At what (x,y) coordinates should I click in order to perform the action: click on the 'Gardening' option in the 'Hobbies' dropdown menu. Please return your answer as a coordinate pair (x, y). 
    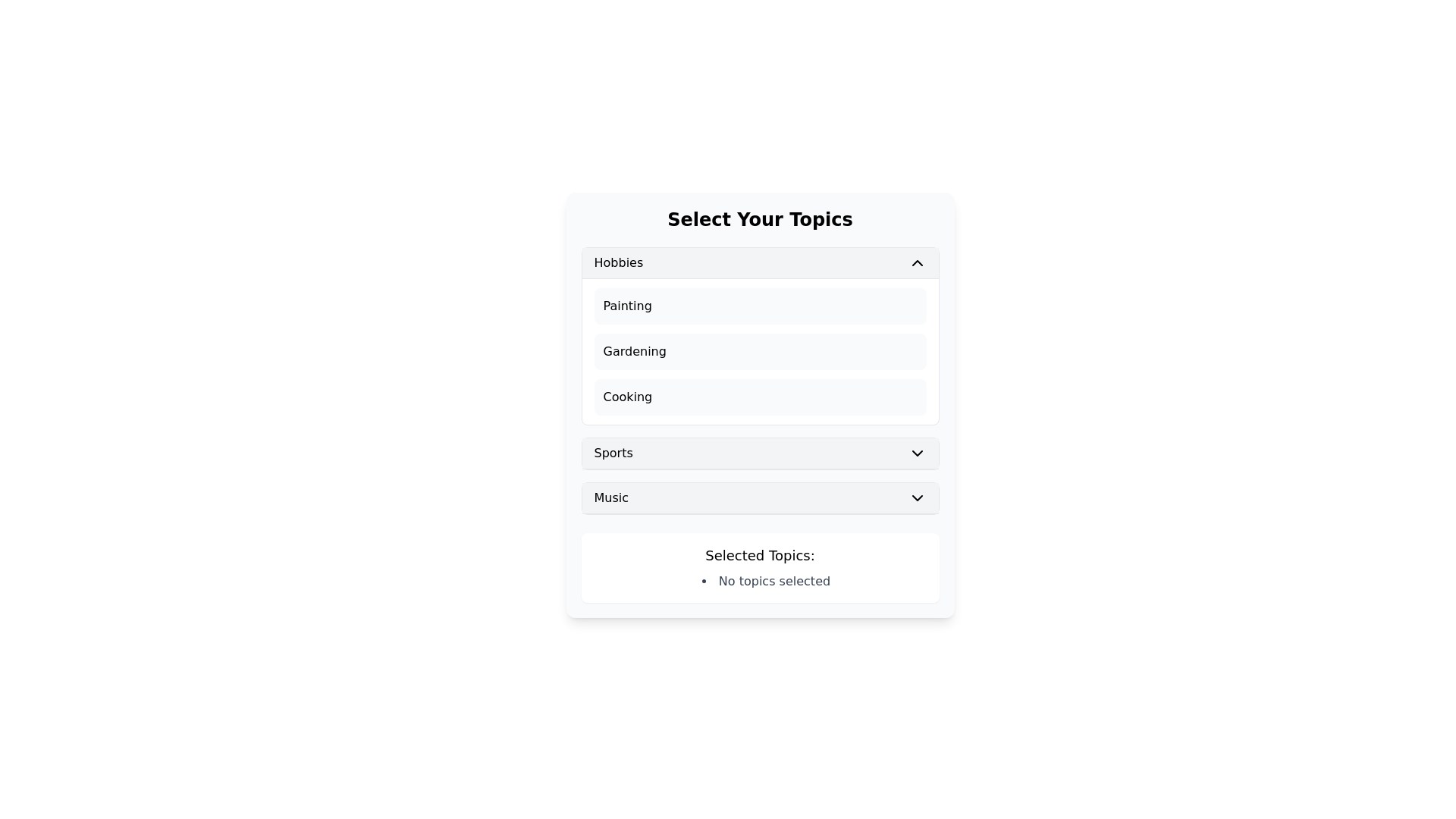
    Looking at the image, I should click on (635, 351).